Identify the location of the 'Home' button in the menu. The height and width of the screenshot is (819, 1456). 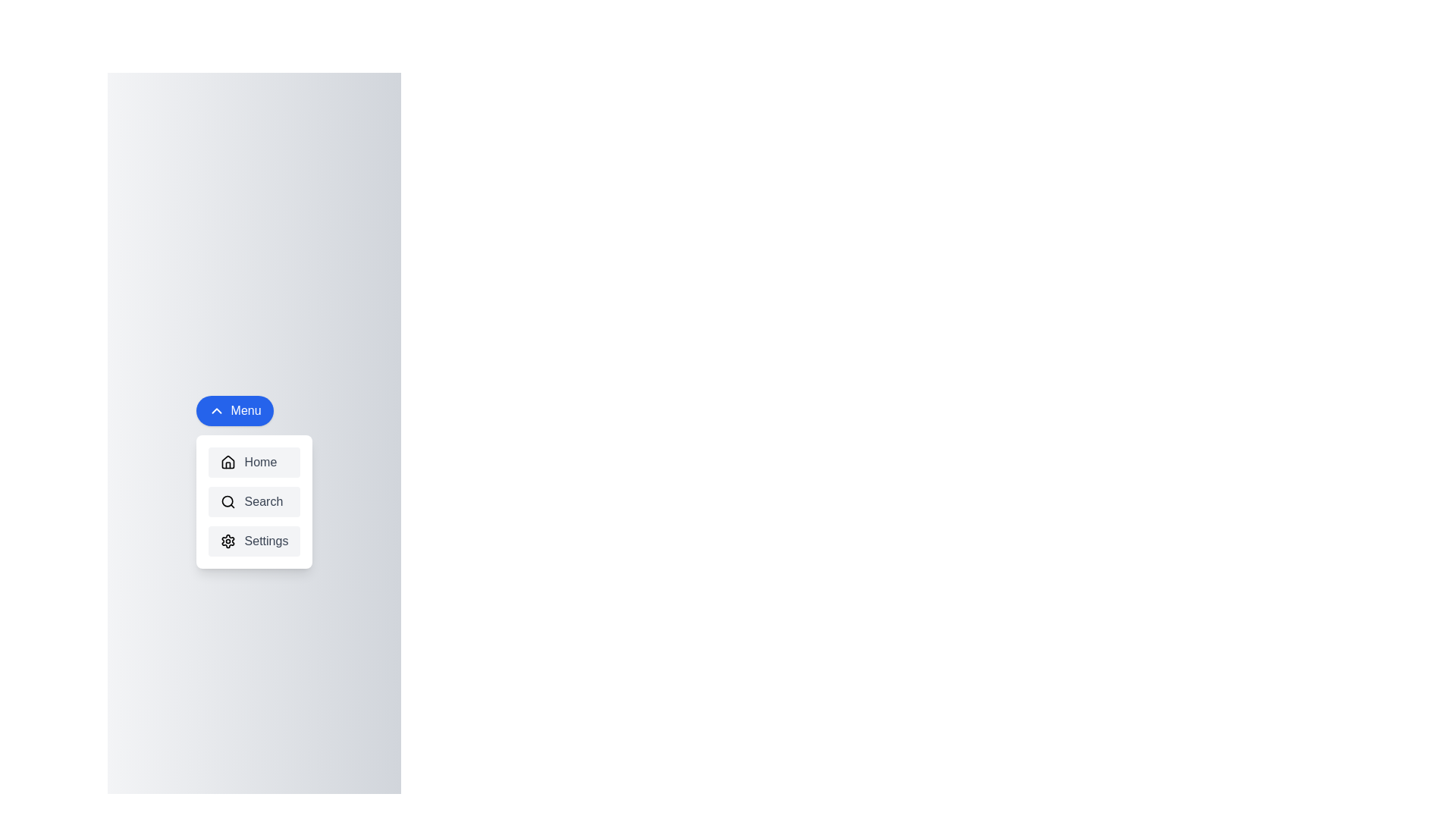
(254, 461).